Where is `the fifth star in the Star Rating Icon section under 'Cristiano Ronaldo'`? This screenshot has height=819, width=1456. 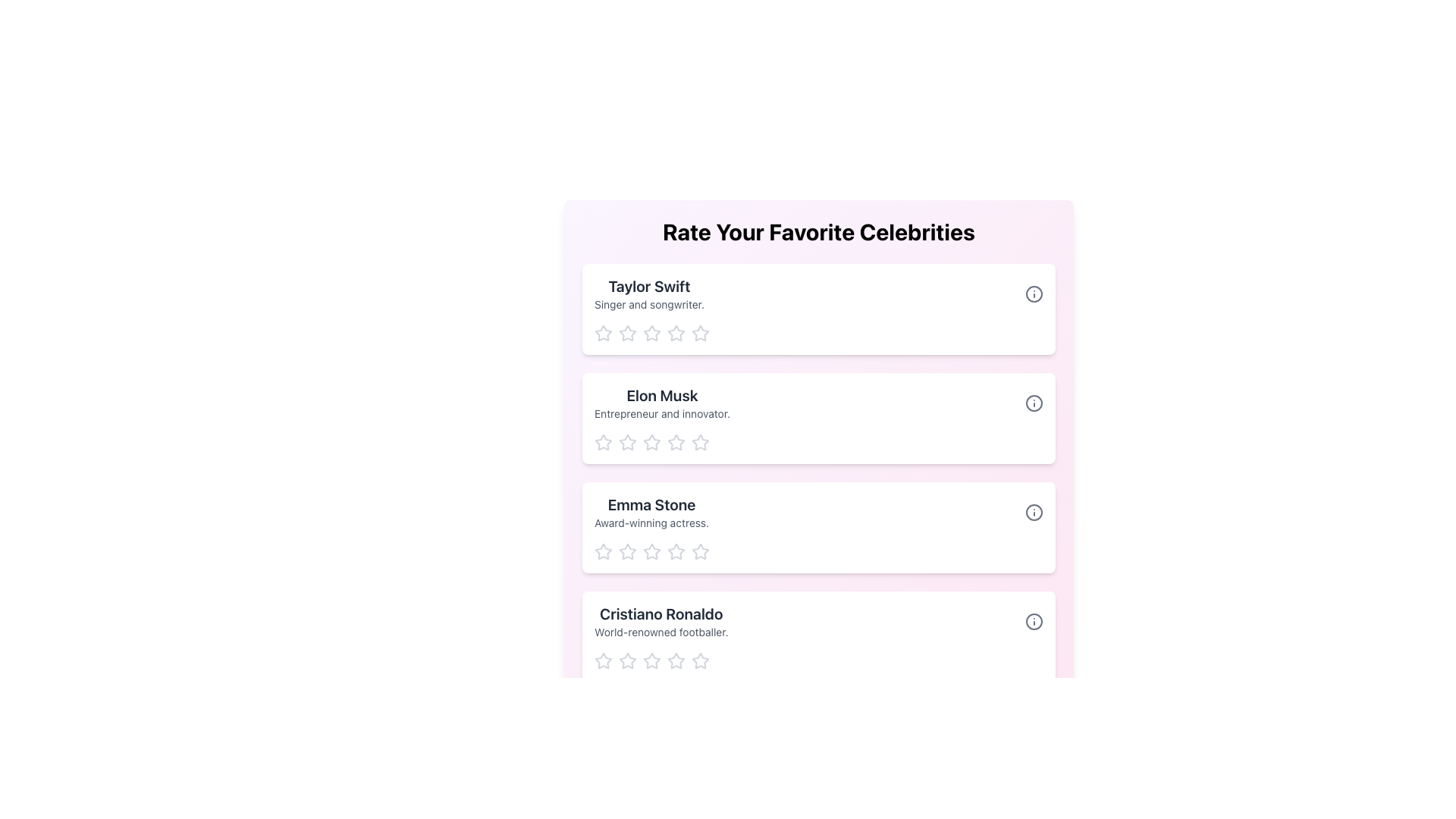
the fifth star in the Star Rating Icon section under 'Cristiano Ronaldo' is located at coordinates (700, 660).